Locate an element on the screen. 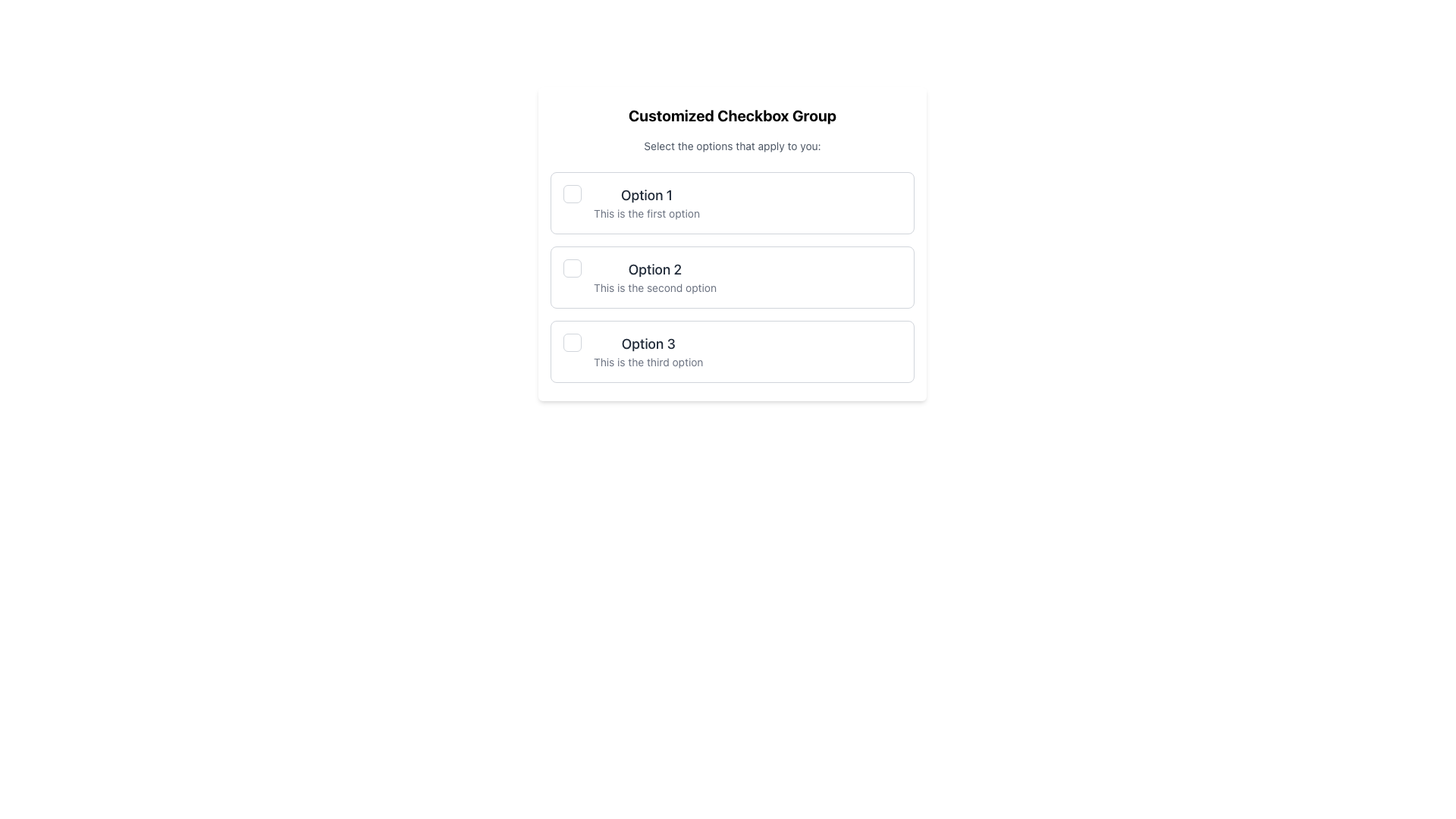  descriptive text of the Text Label with Description that states 'This is the second option' located under the bolded title 'Option 2' is located at coordinates (655, 278).